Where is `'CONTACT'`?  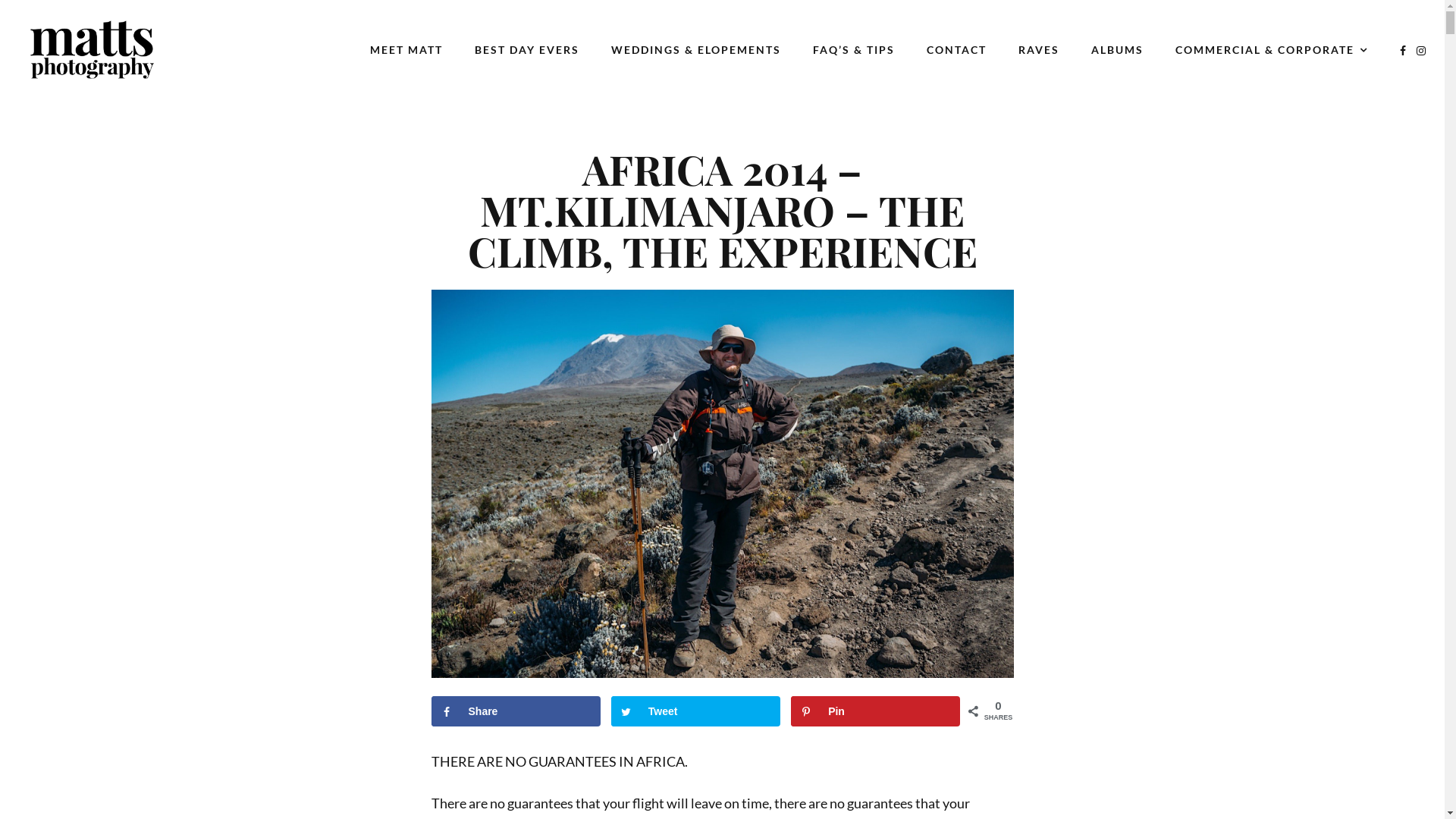
'CONTACT' is located at coordinates (955, 49).